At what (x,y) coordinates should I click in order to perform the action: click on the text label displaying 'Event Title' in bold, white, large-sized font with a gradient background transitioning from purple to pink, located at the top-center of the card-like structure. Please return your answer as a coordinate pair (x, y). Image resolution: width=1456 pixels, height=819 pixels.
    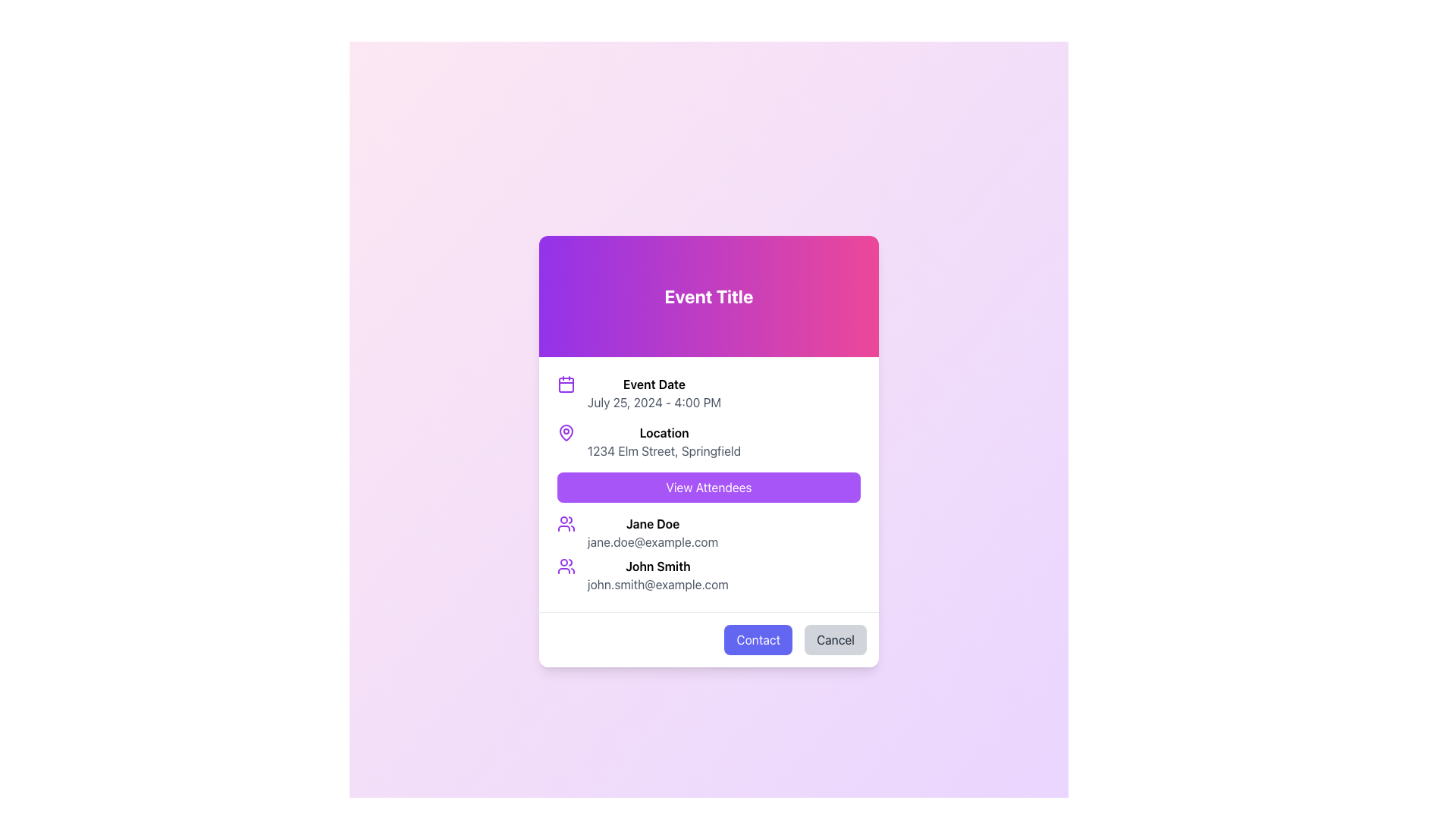
    Looking at the image, I should click on (708, 296).